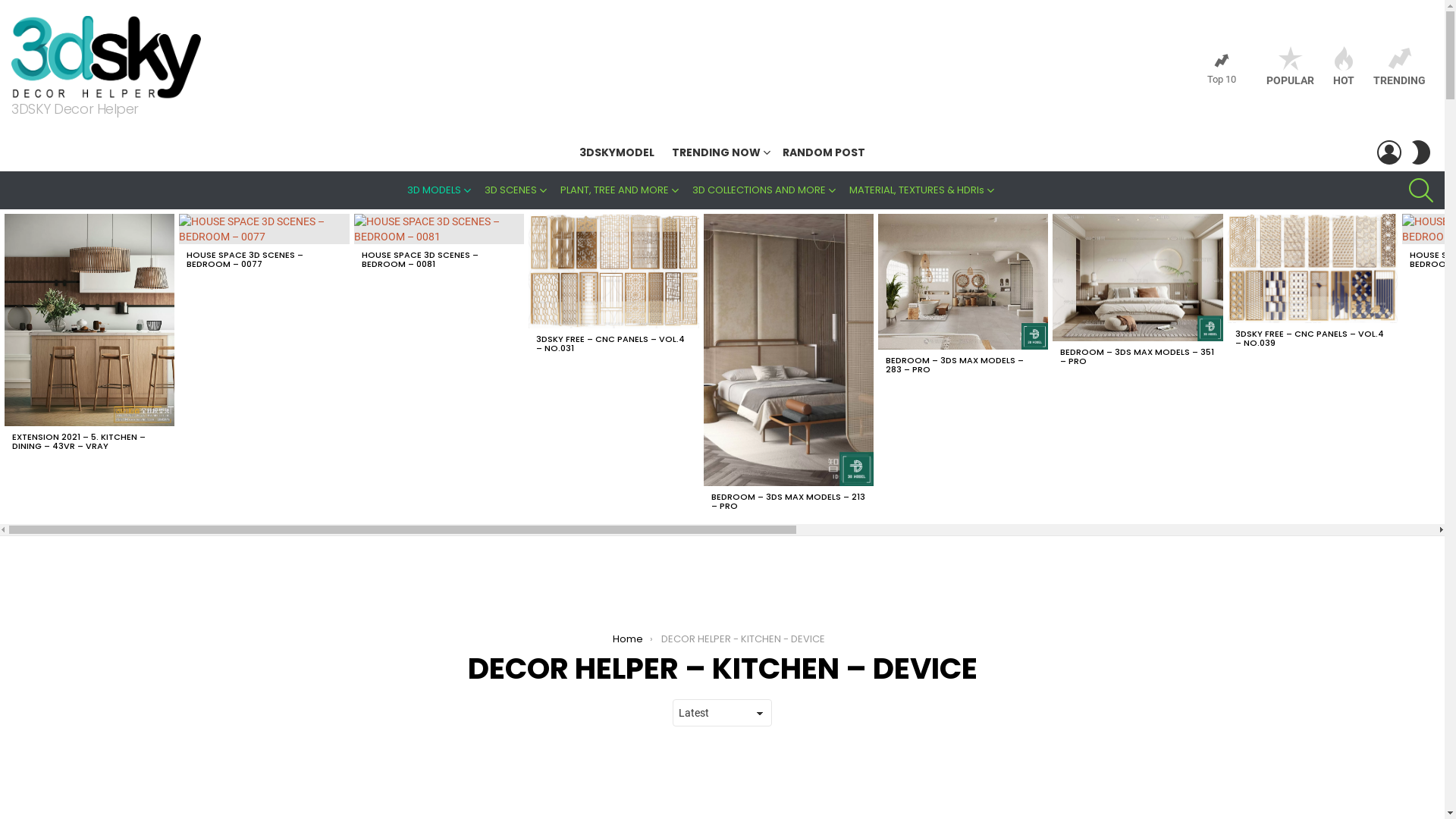  What do you see at coordinates (628, 639) in the screenshot?
I see `'Home'` at bounding box center [628, 639].